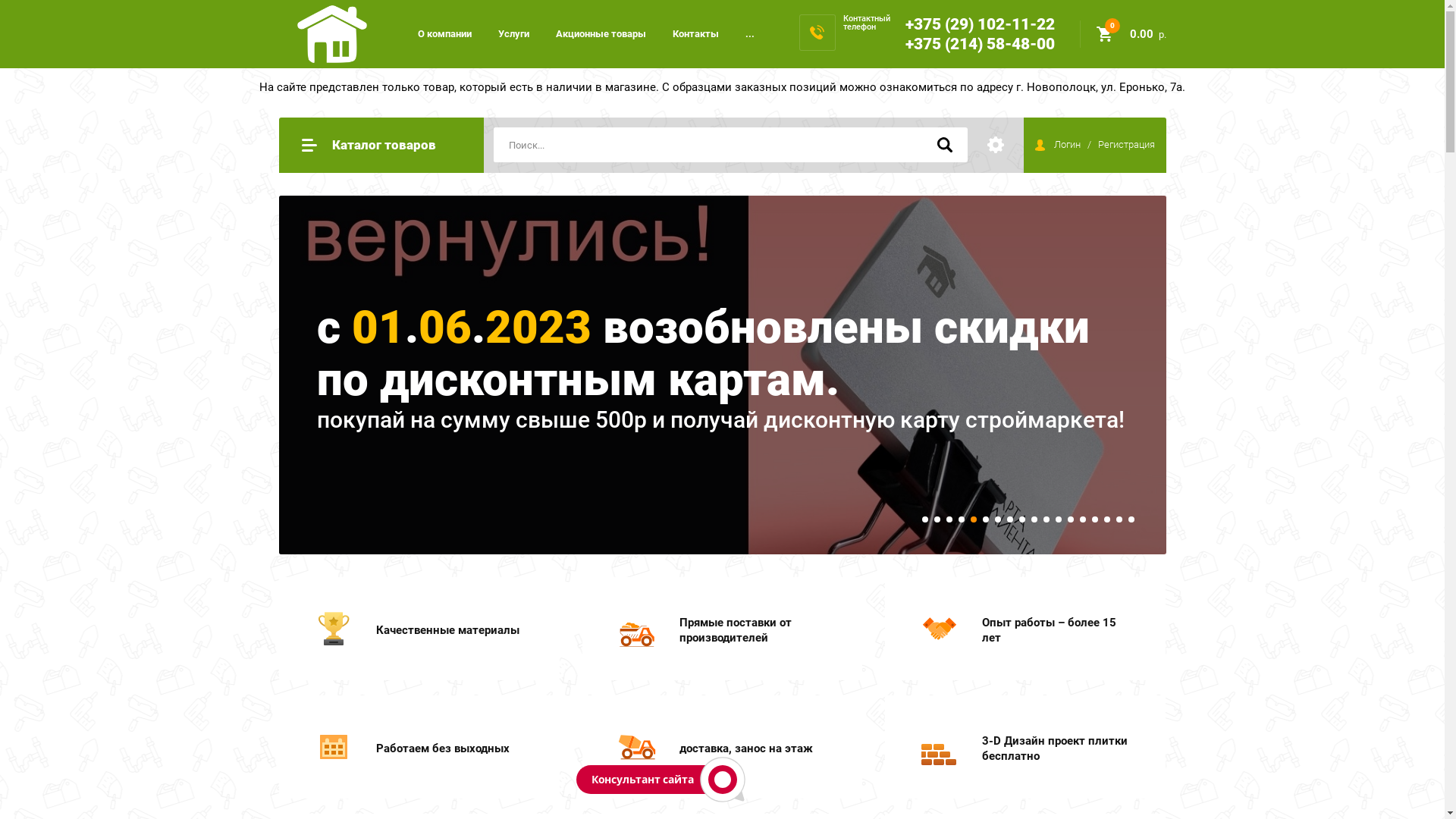  Describe the element at coordinates (973, 519) in the screenshot. I see `'5'` at that location.